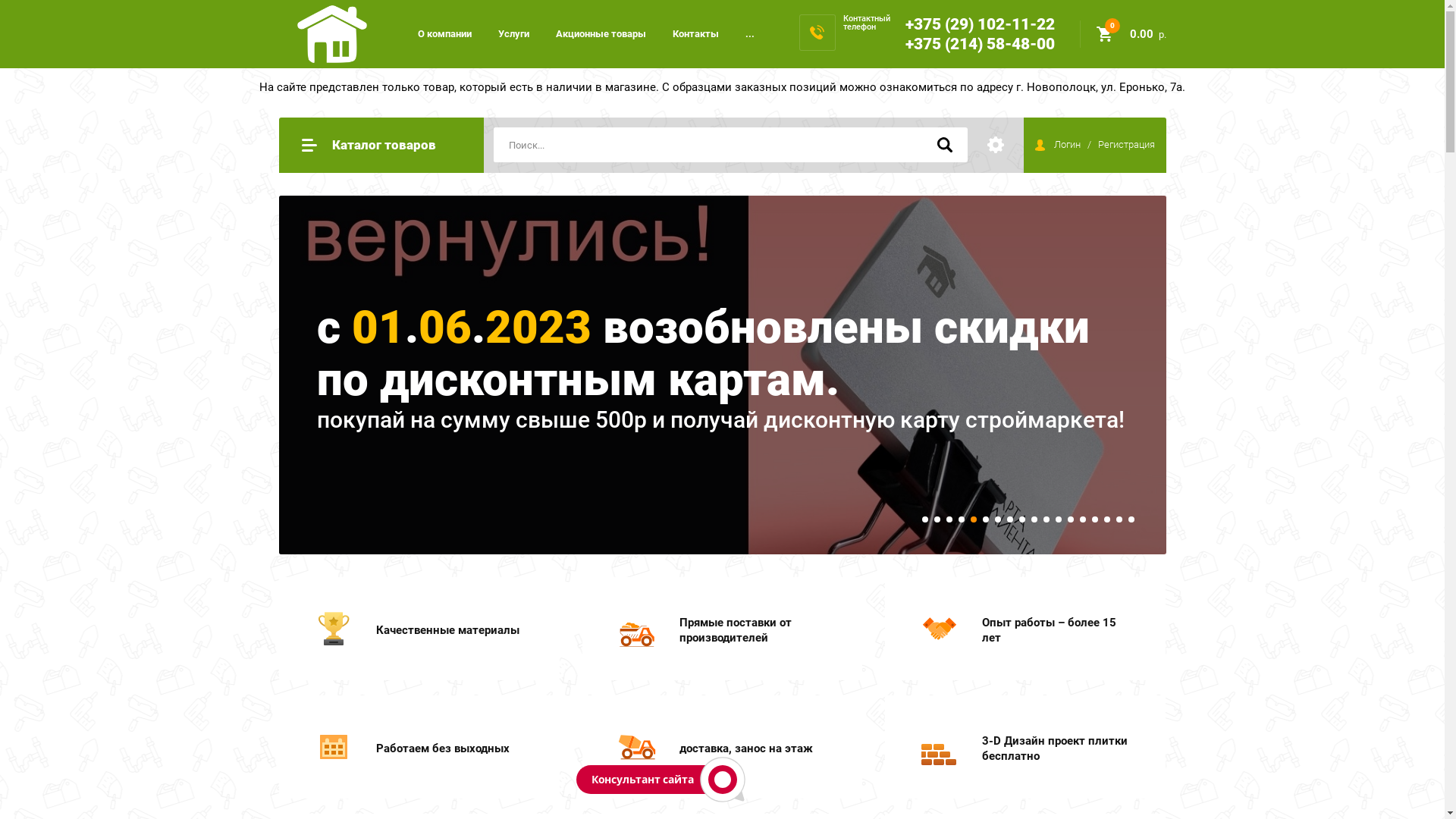  Describe the element at coordinates (973, 519) in the screenshot. I see `'5'` at that location.